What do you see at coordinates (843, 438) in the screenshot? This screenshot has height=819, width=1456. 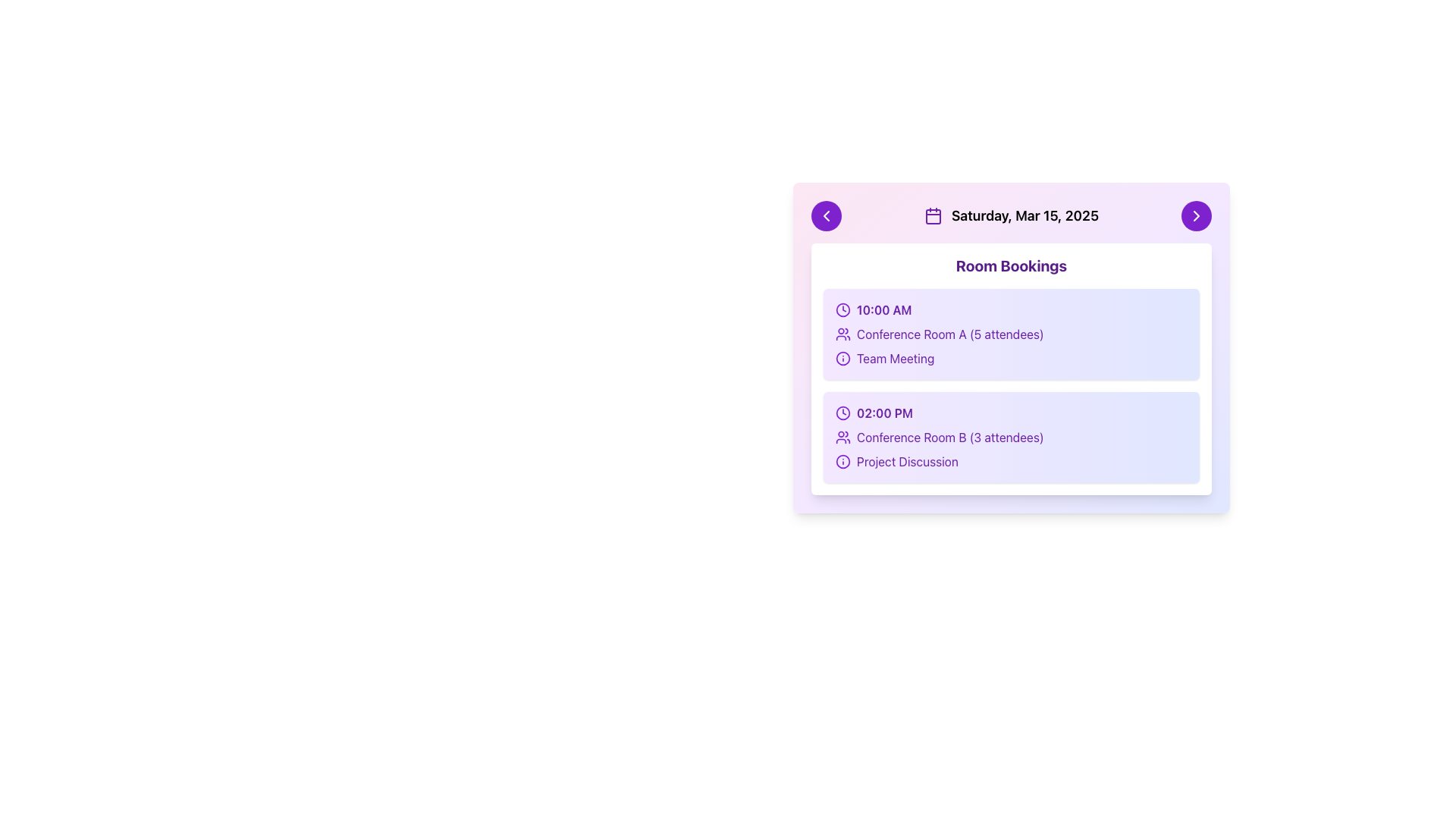 I see `the icon representing multiple users, styled with a purple stroke, located to the left of the text 'Conference Room B (3 attendees)'` at bounding box center [843, 438].